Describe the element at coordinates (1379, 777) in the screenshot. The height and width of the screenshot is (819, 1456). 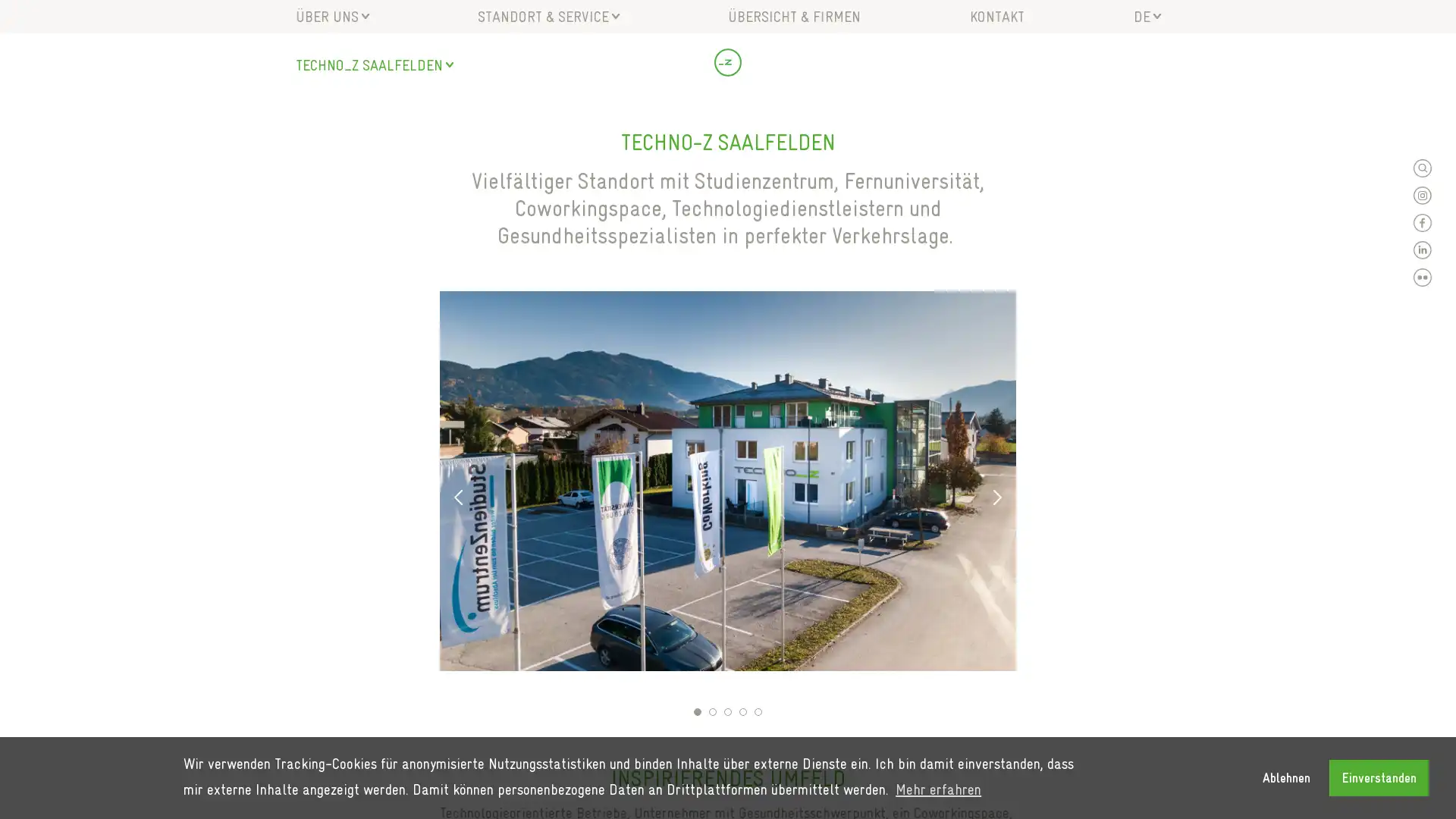
I see `allow cookies` at that location.